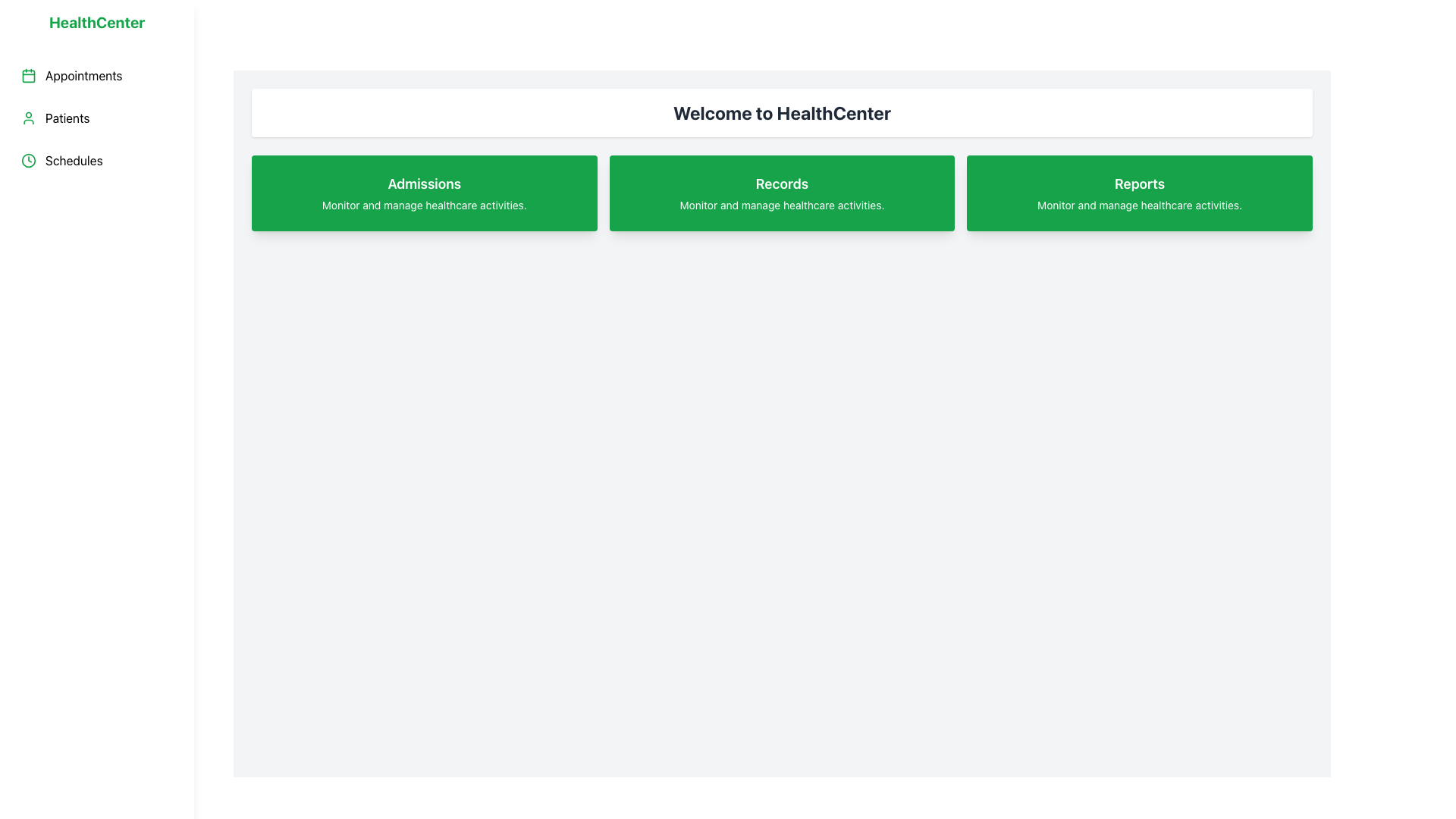 The height and width of the screenshot is (819, 1456). What do you see at coordinates (29, 161) in the screenshot?
I see `the 'Schedules' icon located on the left sidebar, which serves as an identifying icon for the 'Schedules' menu item` at bounding box center [29, 161].